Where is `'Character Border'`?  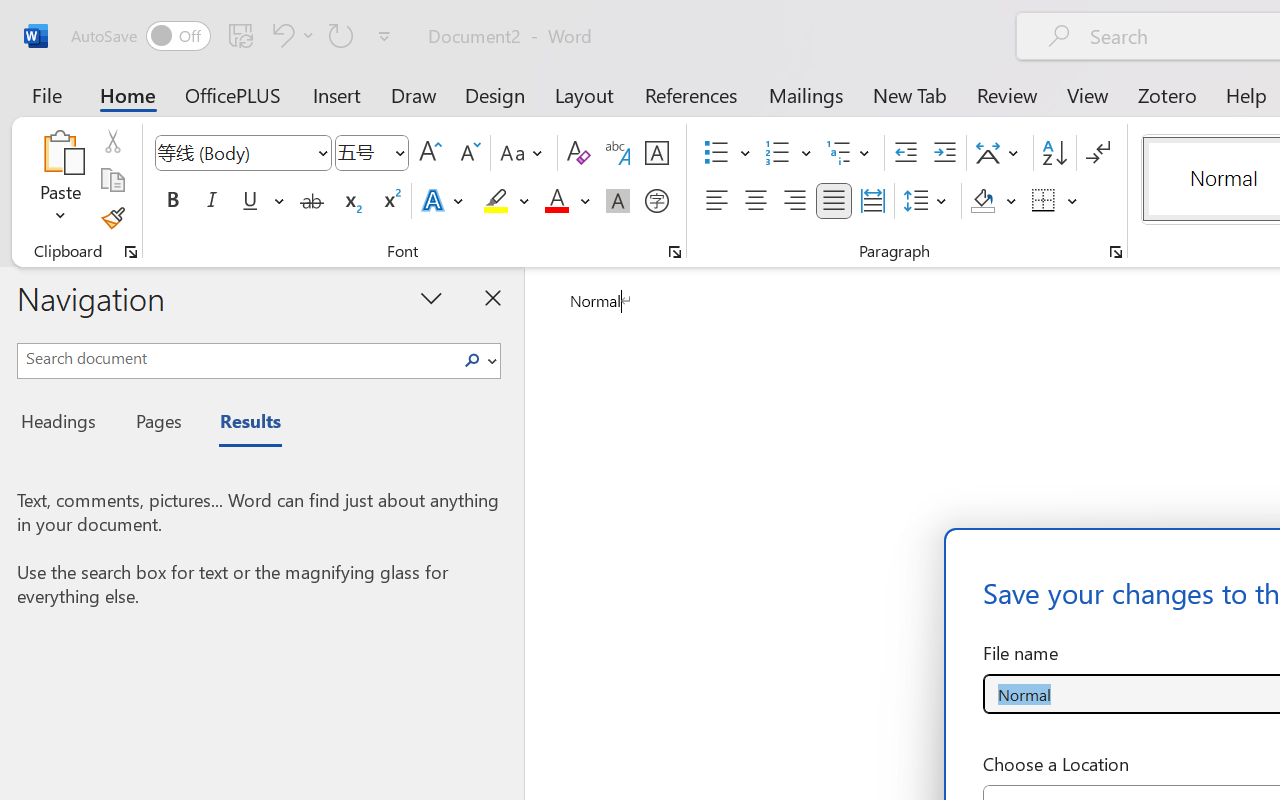
'Character Border' is located at coordinates (656, 153).